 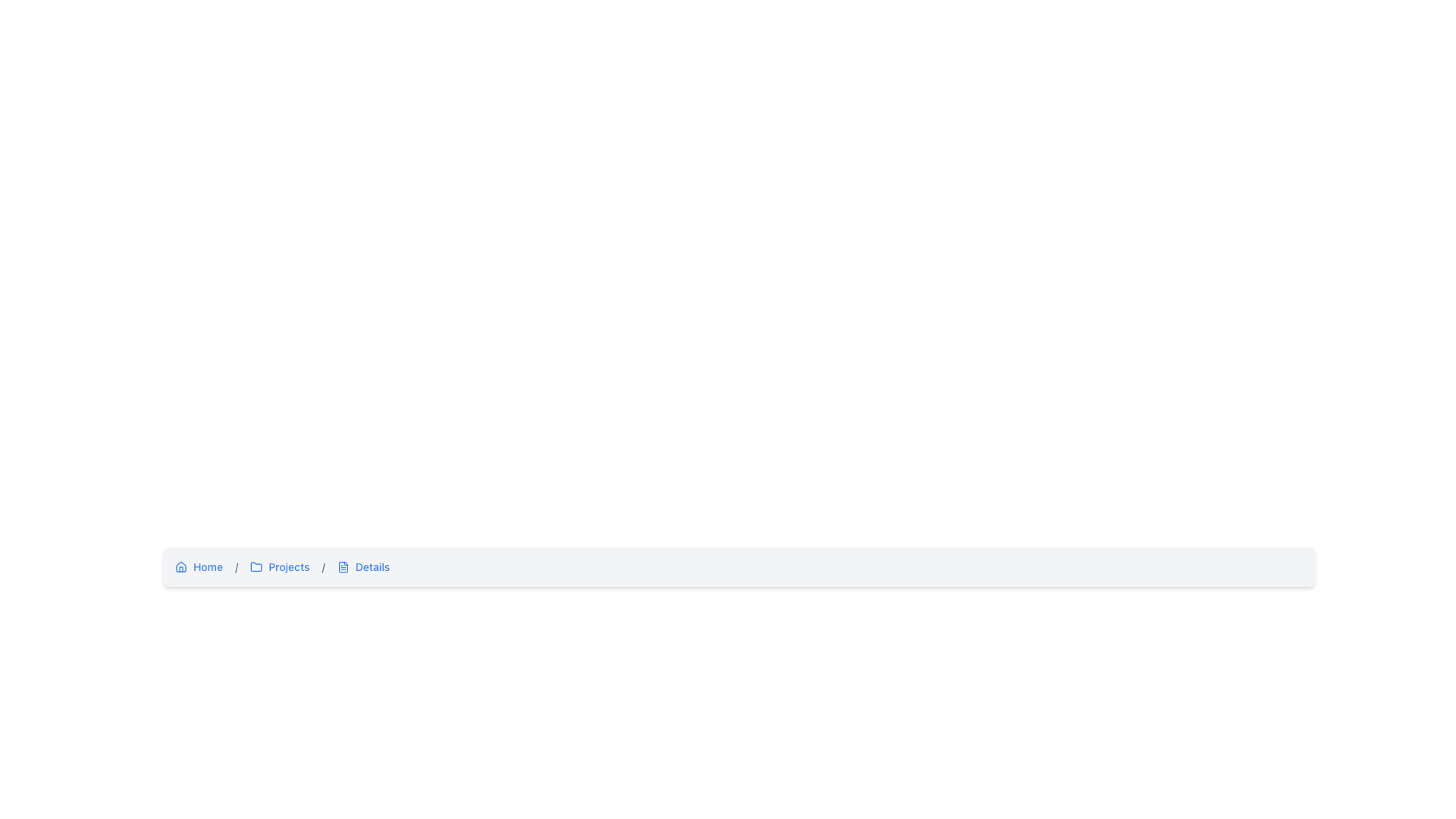 I want to click on the 'Projects' segment of the breadcrumb navigation, so click(x=739, y=567).